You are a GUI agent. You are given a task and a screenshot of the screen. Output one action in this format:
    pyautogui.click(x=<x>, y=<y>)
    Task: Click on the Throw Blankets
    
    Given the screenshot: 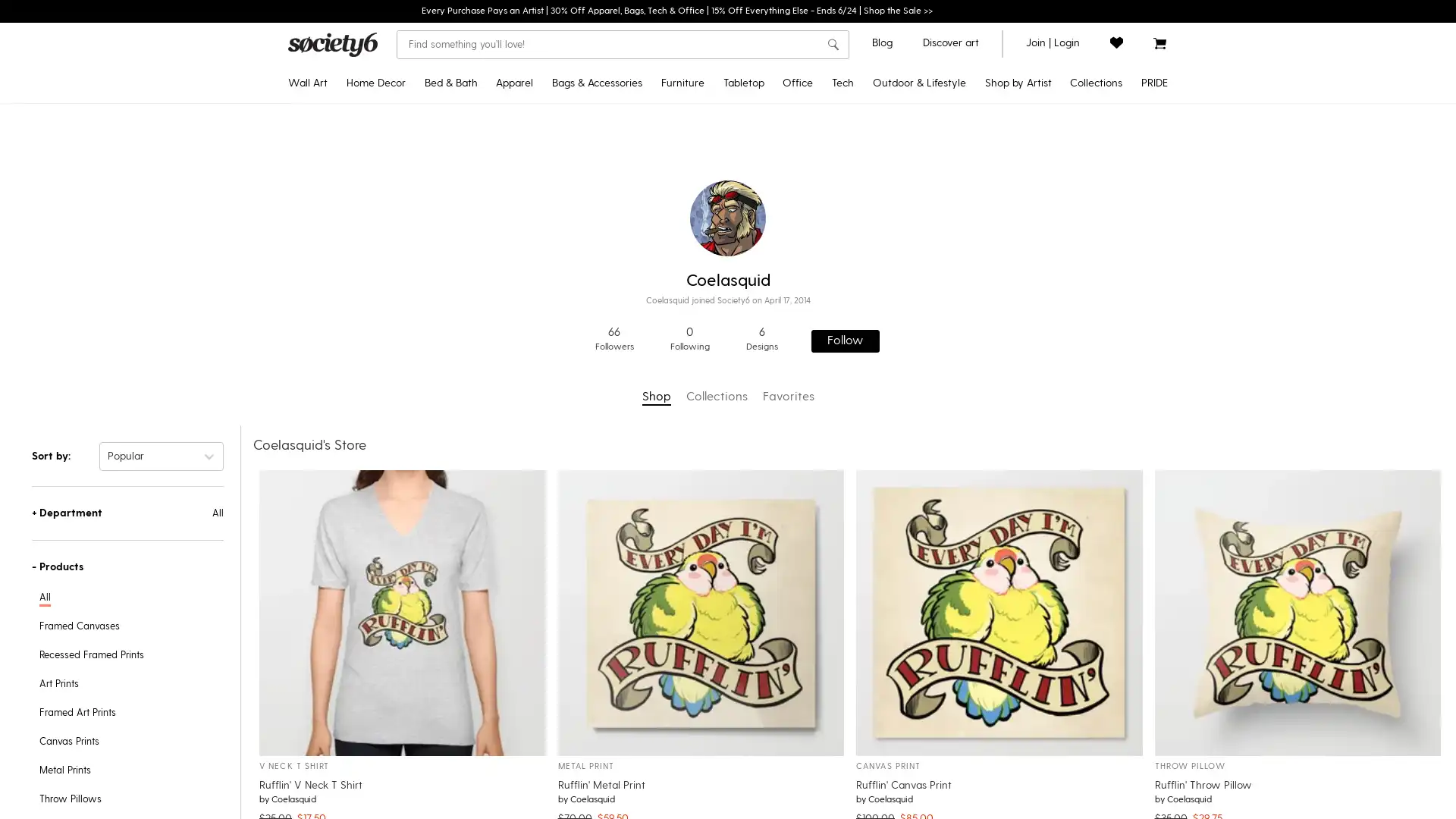 What is the action you would take?
    pyautogui.click(x=404, y=219)
    